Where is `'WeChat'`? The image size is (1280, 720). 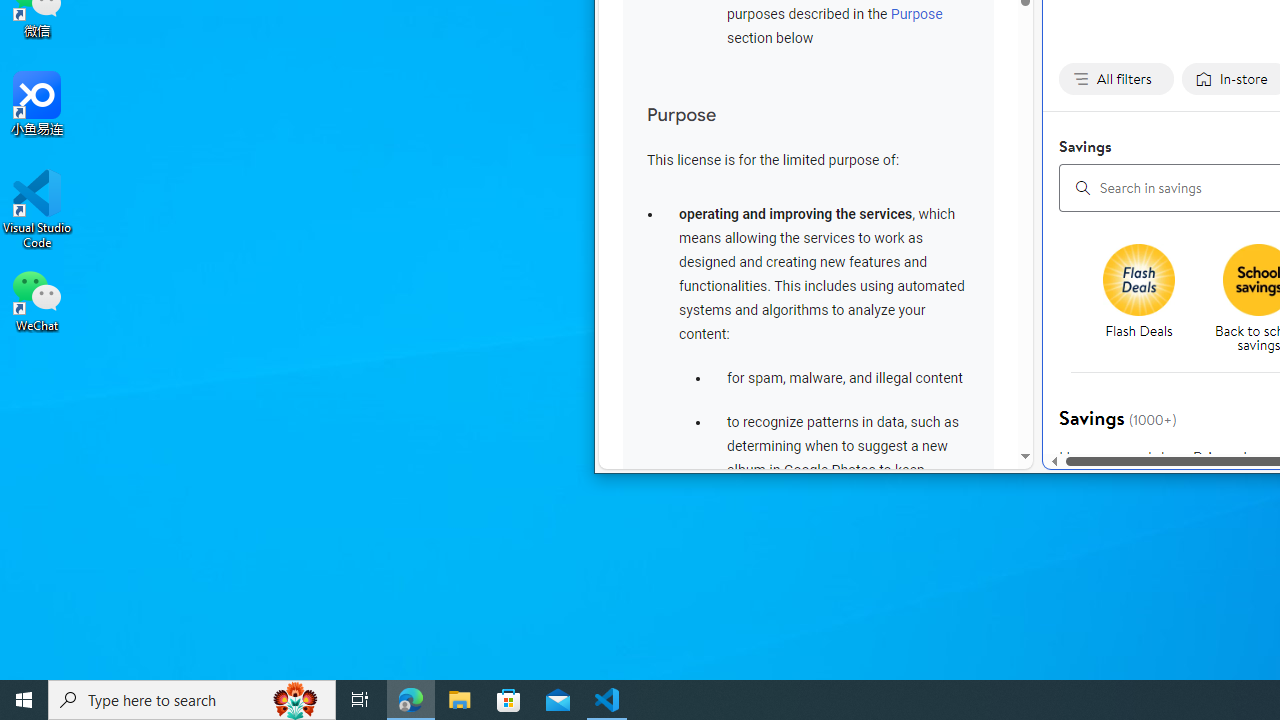 'WeChat' is located at coordinates (37, 299).